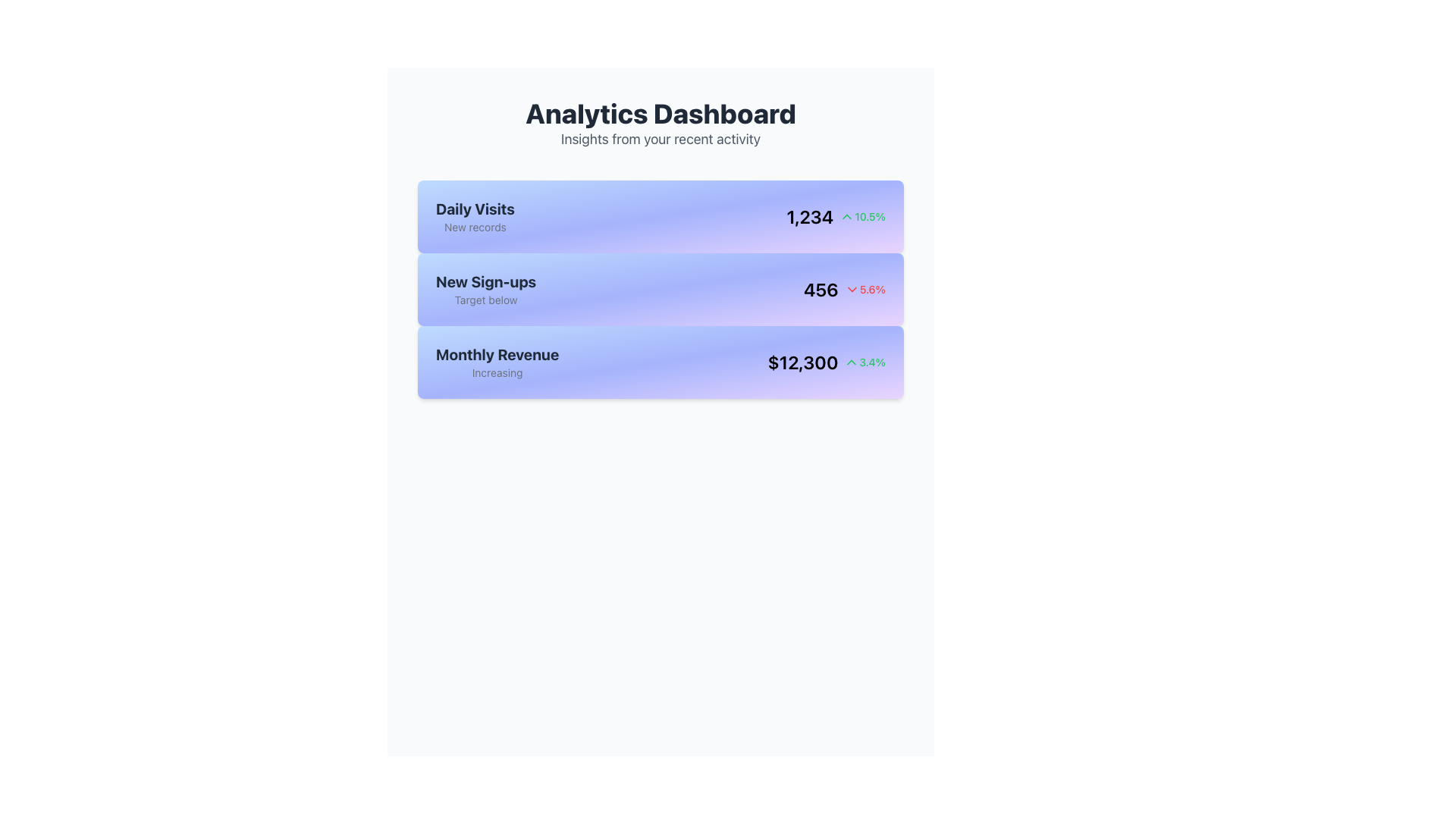 The width and height of the screenshot is (1456, 819). I want to click on the second line of text in the 'Monthly Revenue' section that provides additional context about its current trend or state, so click(497, 373).